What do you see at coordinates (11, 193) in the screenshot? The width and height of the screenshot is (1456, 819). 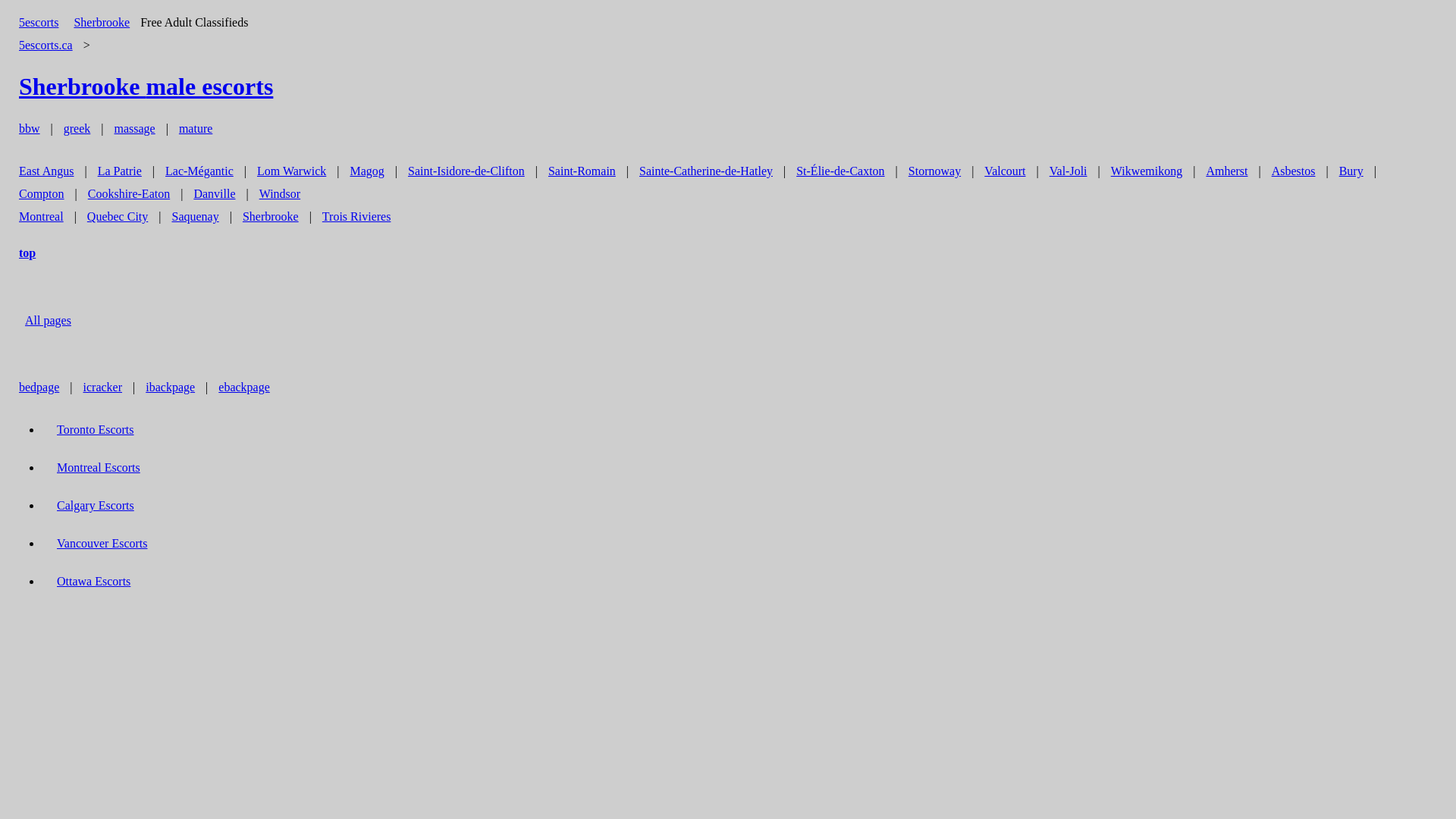 I see `'Compton'` at bounding box center [11, 193].